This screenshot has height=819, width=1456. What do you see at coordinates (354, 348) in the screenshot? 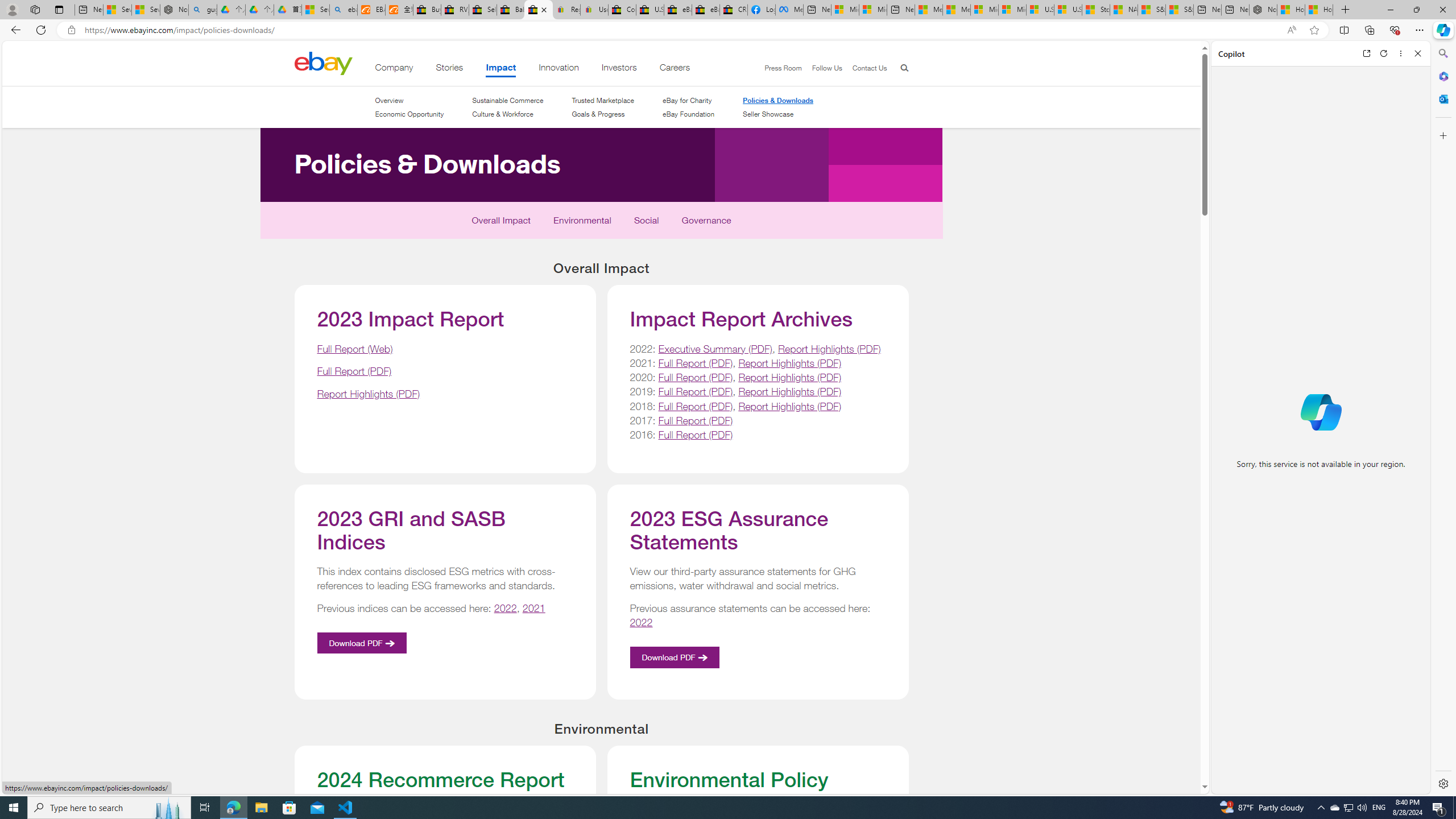
I see `'Full Report (Web)'` at bounding box center [354, 348].